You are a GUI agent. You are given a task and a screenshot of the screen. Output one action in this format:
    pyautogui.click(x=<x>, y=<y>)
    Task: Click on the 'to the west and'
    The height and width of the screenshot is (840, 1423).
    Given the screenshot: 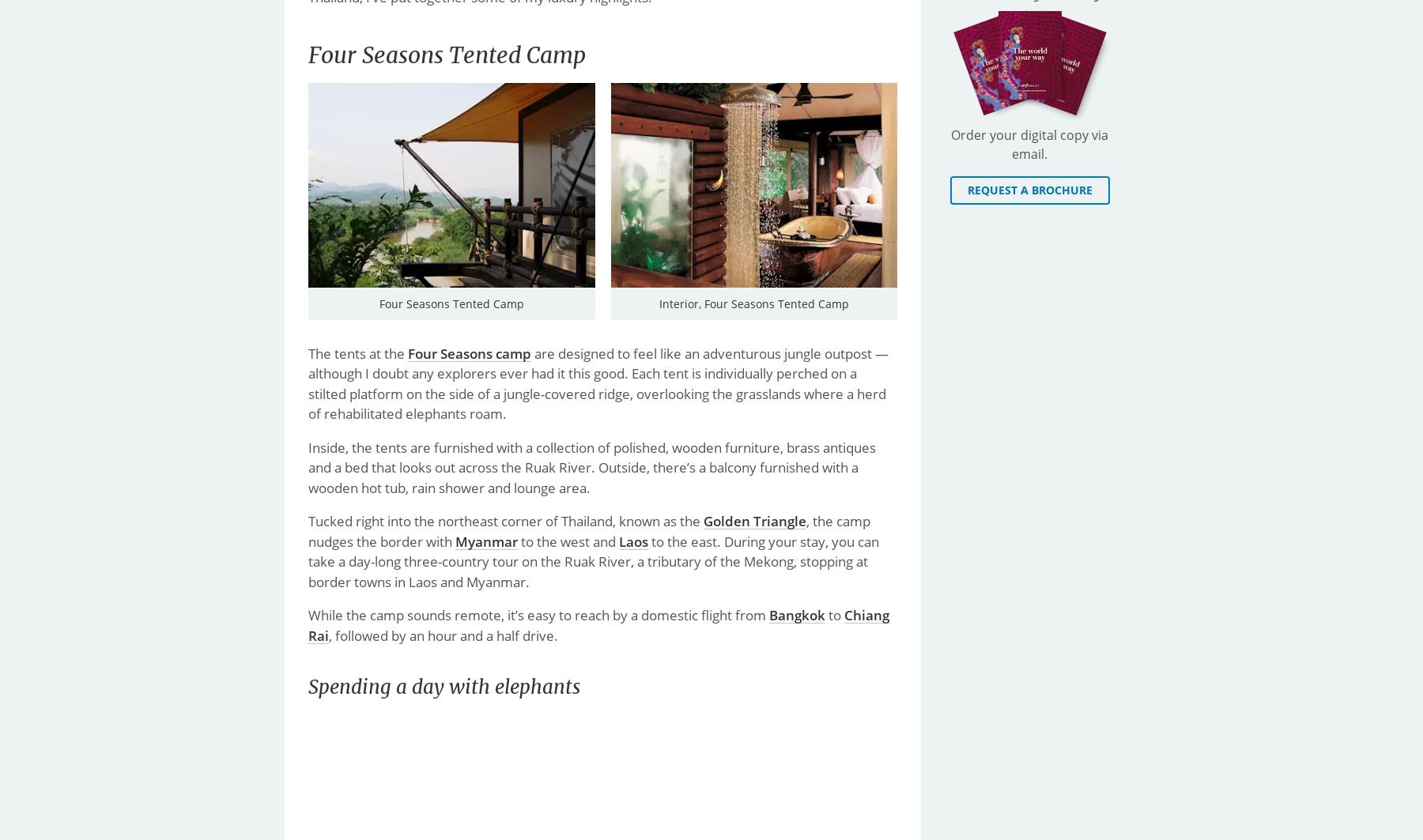 What is the action you would take?
    pyautogui.click(x=567, y=540)
    